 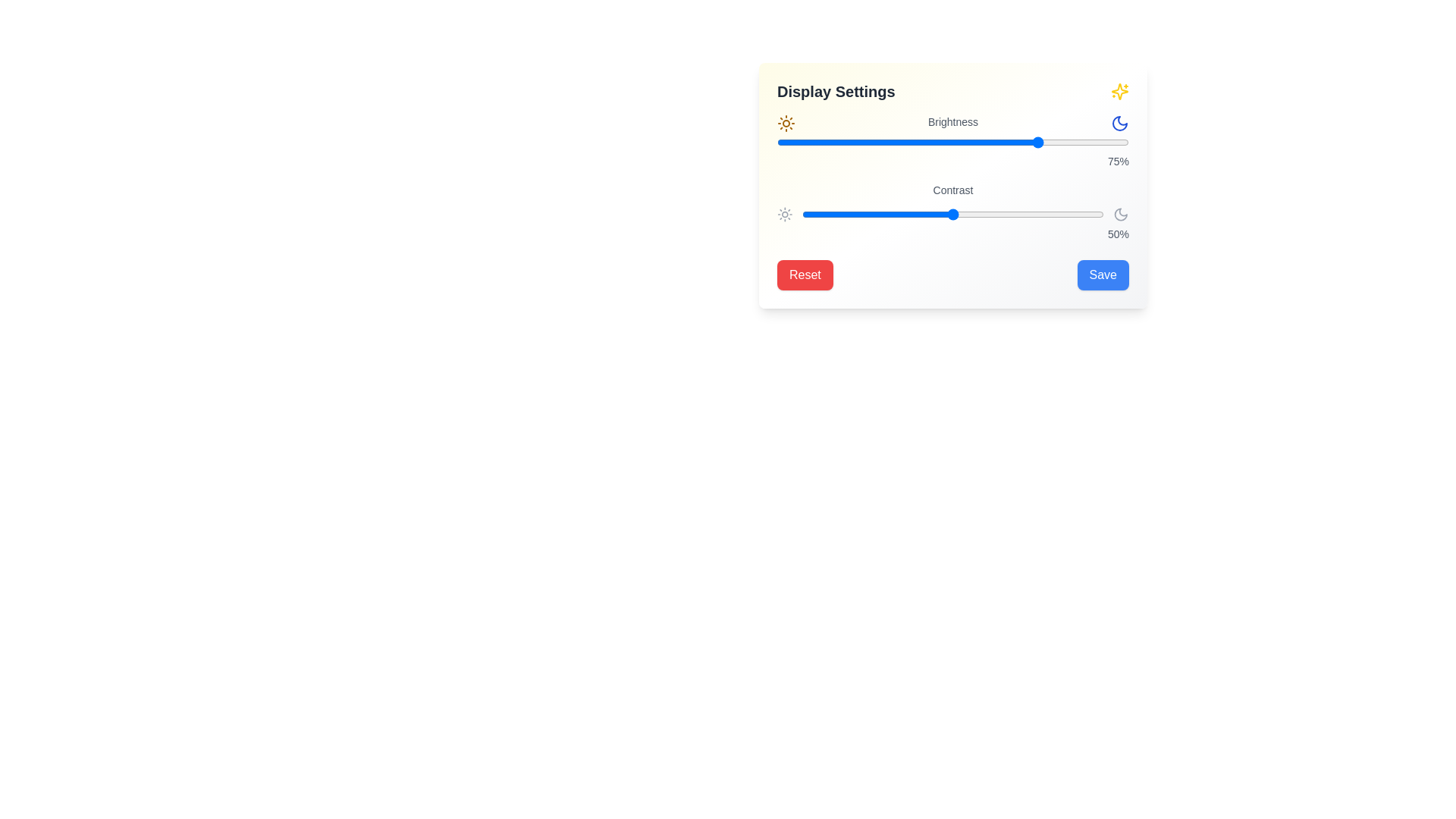 What do you see at coordinates (1120, 91) in the screenshot?
I see `the sparkling decorative icon located in the top-right corner of the 'Display Settings' card-like interface` at bounding box center [1120, 91].